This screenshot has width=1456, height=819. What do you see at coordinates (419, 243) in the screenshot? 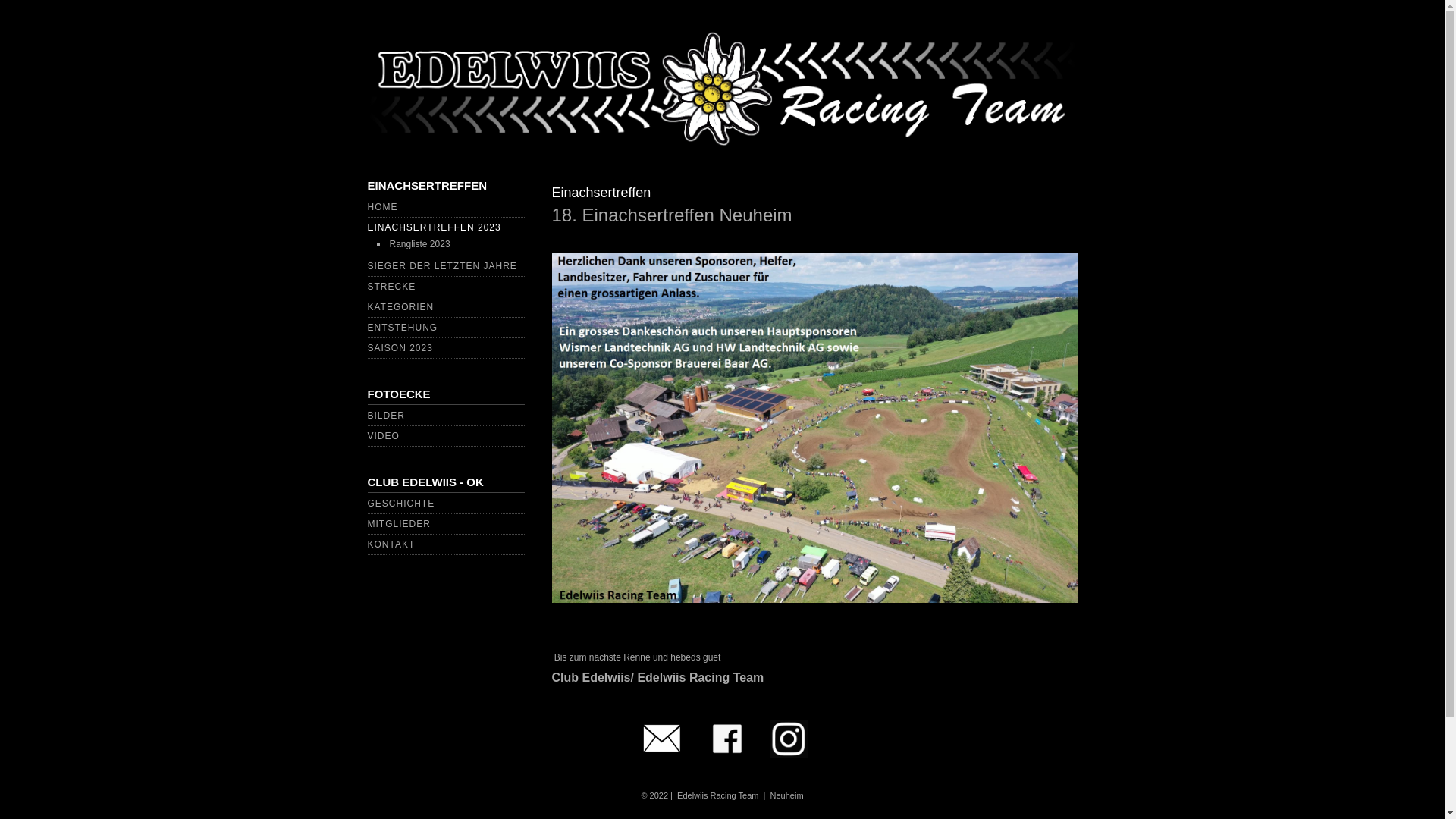
I see `'Rangliste 2023'` at bounding box center [419, 243].